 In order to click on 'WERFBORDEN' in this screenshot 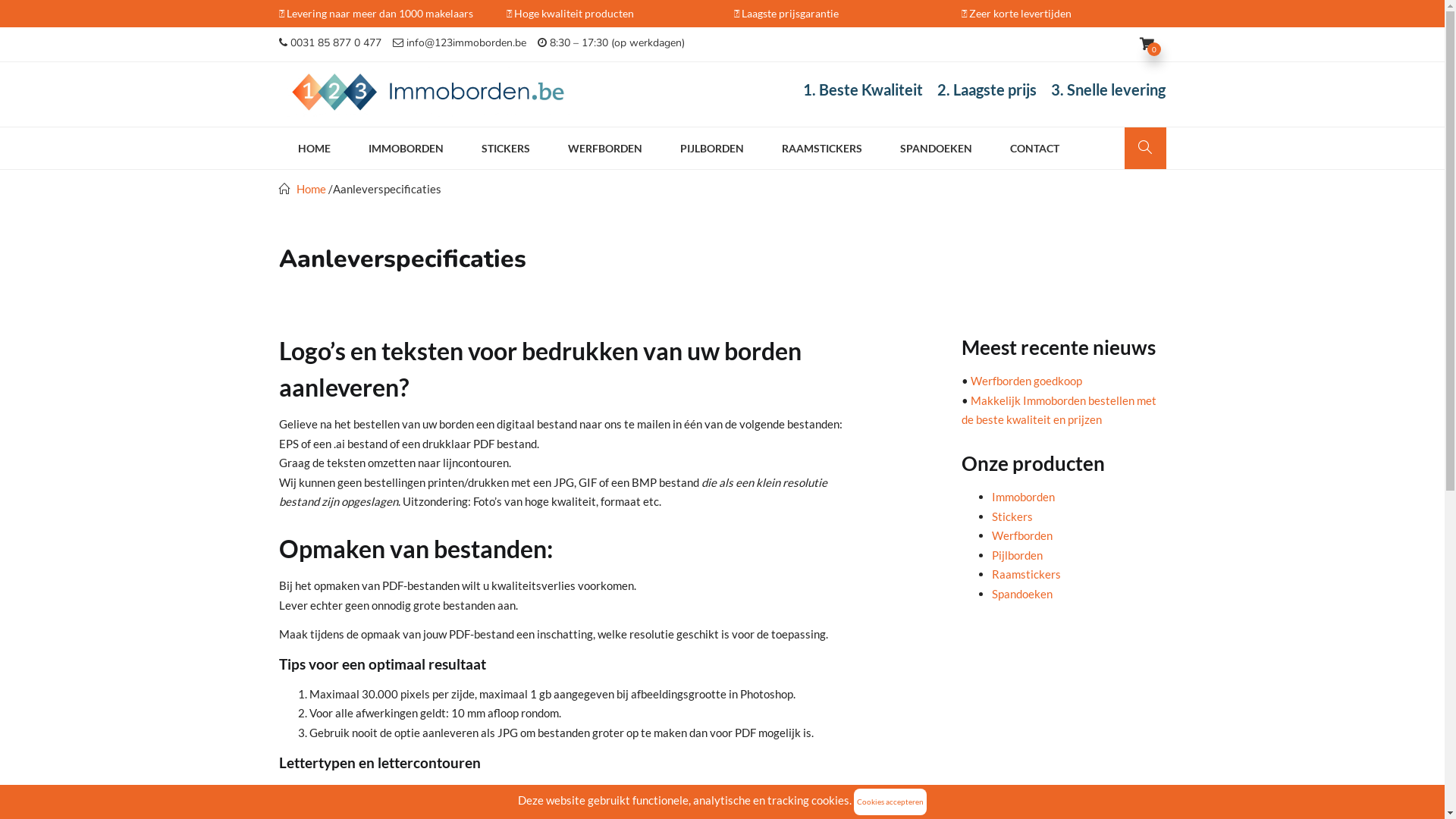, I will do `click(548, 148)`.